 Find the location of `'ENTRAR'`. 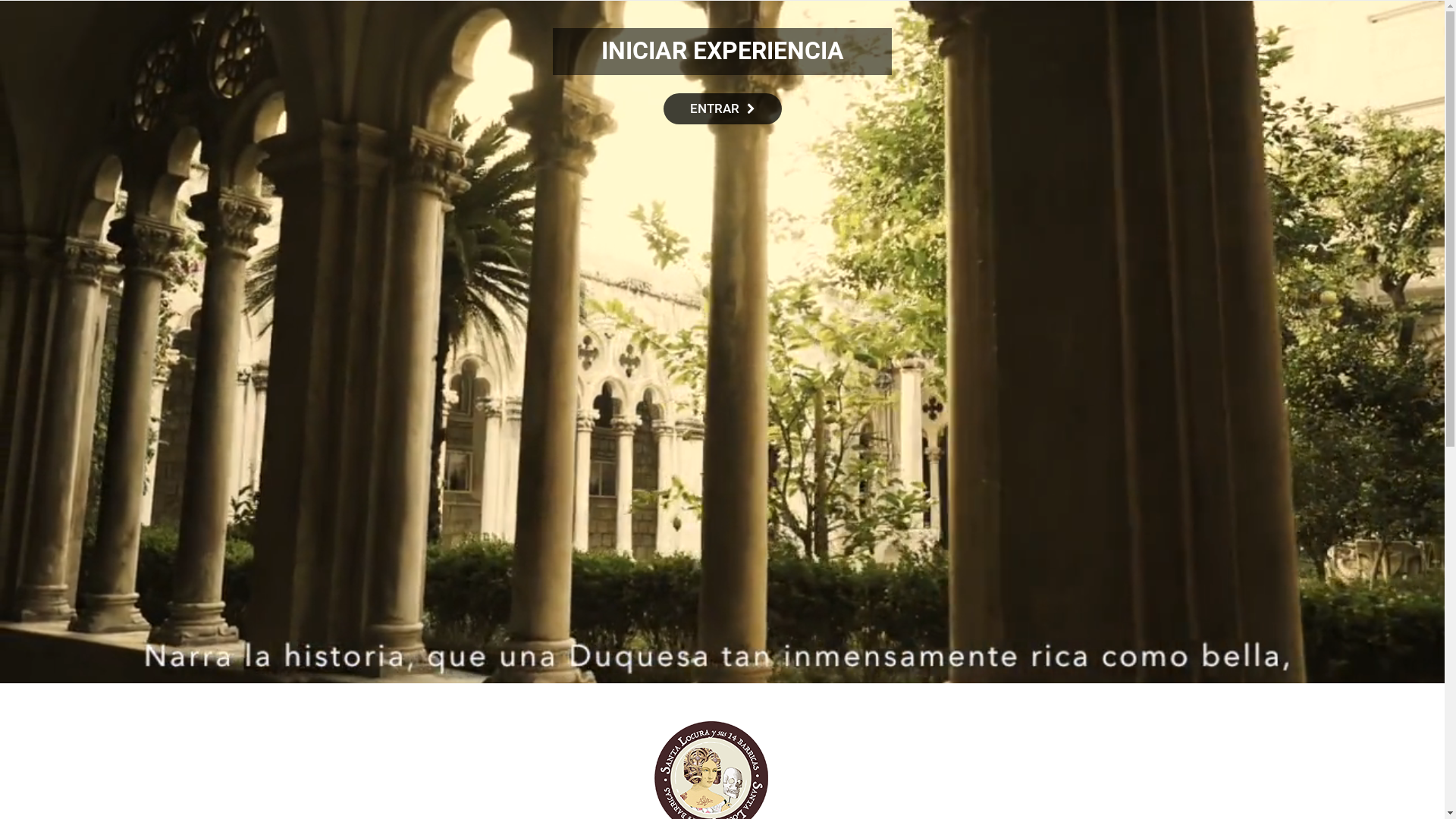

'ENTRAR' is located at coordinates (722, 108).